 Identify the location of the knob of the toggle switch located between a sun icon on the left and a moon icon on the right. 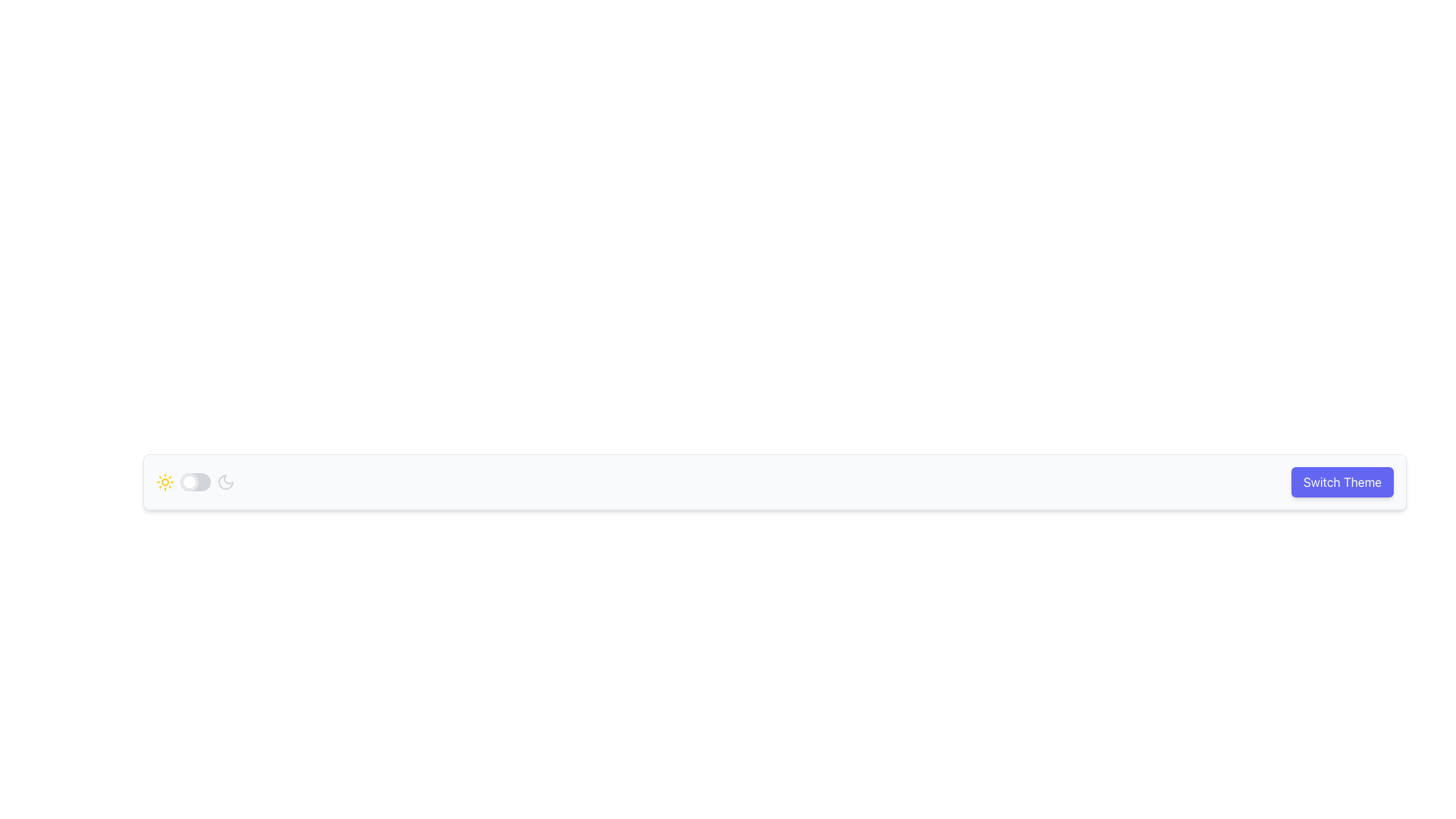
(195, 482).